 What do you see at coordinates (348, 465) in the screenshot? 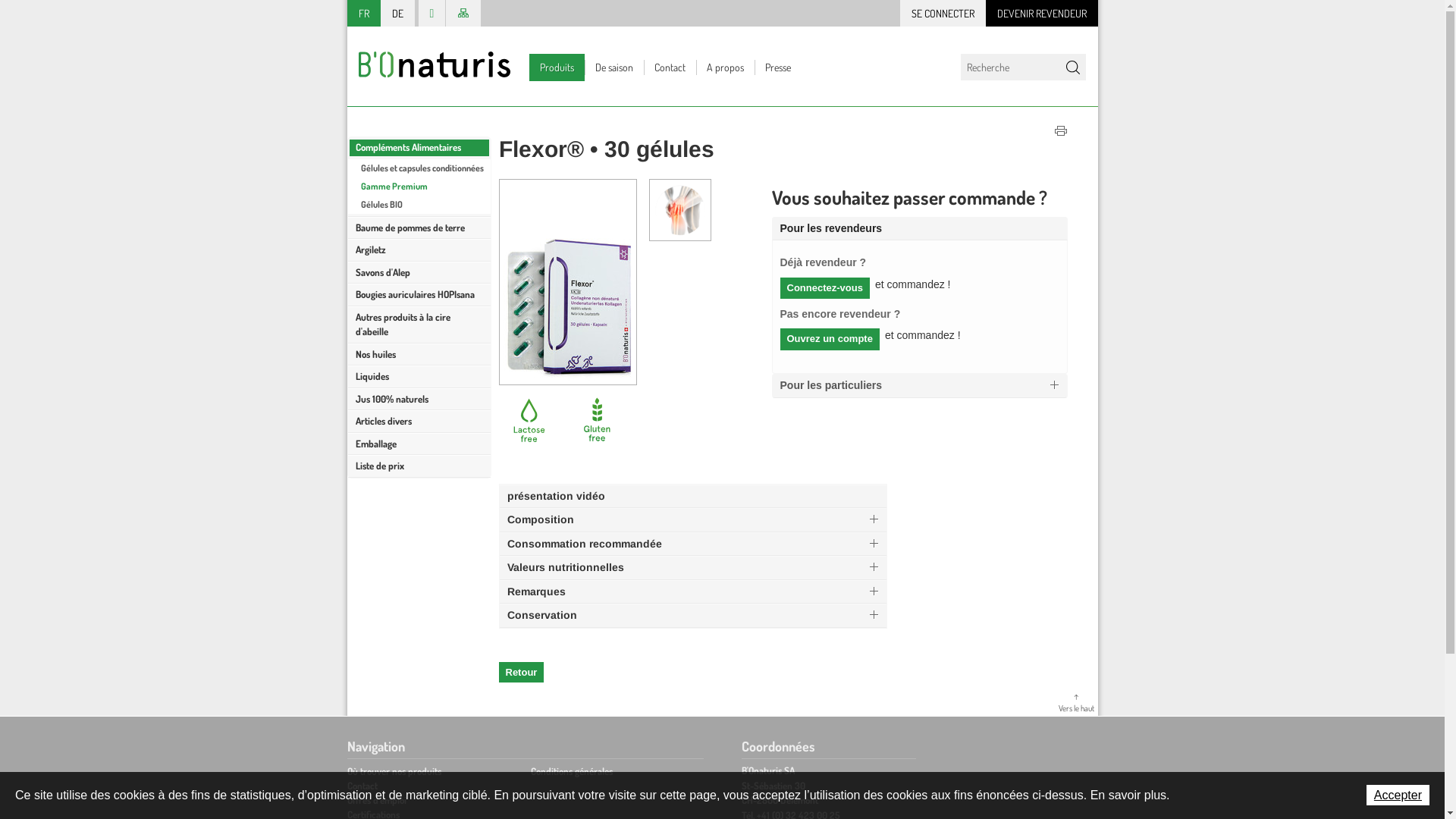
I see `'Liste de prix'` at bounding box center [348, 465].